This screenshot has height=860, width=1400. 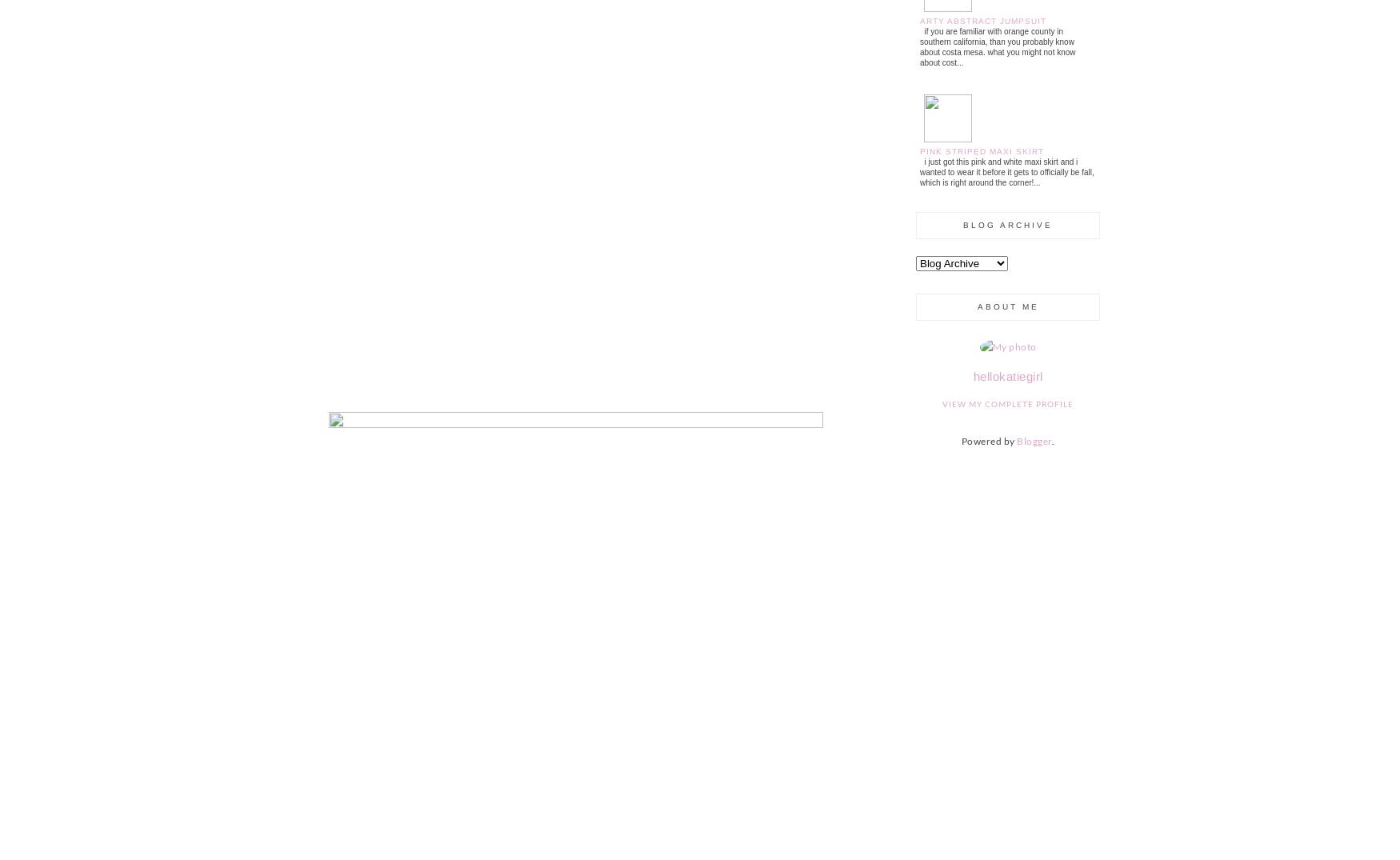 What do you see at coordinates (983, 19) in the screenshot?
I see `'Arty Abstract Jumpsuit'` at bounding box center [983, 19].